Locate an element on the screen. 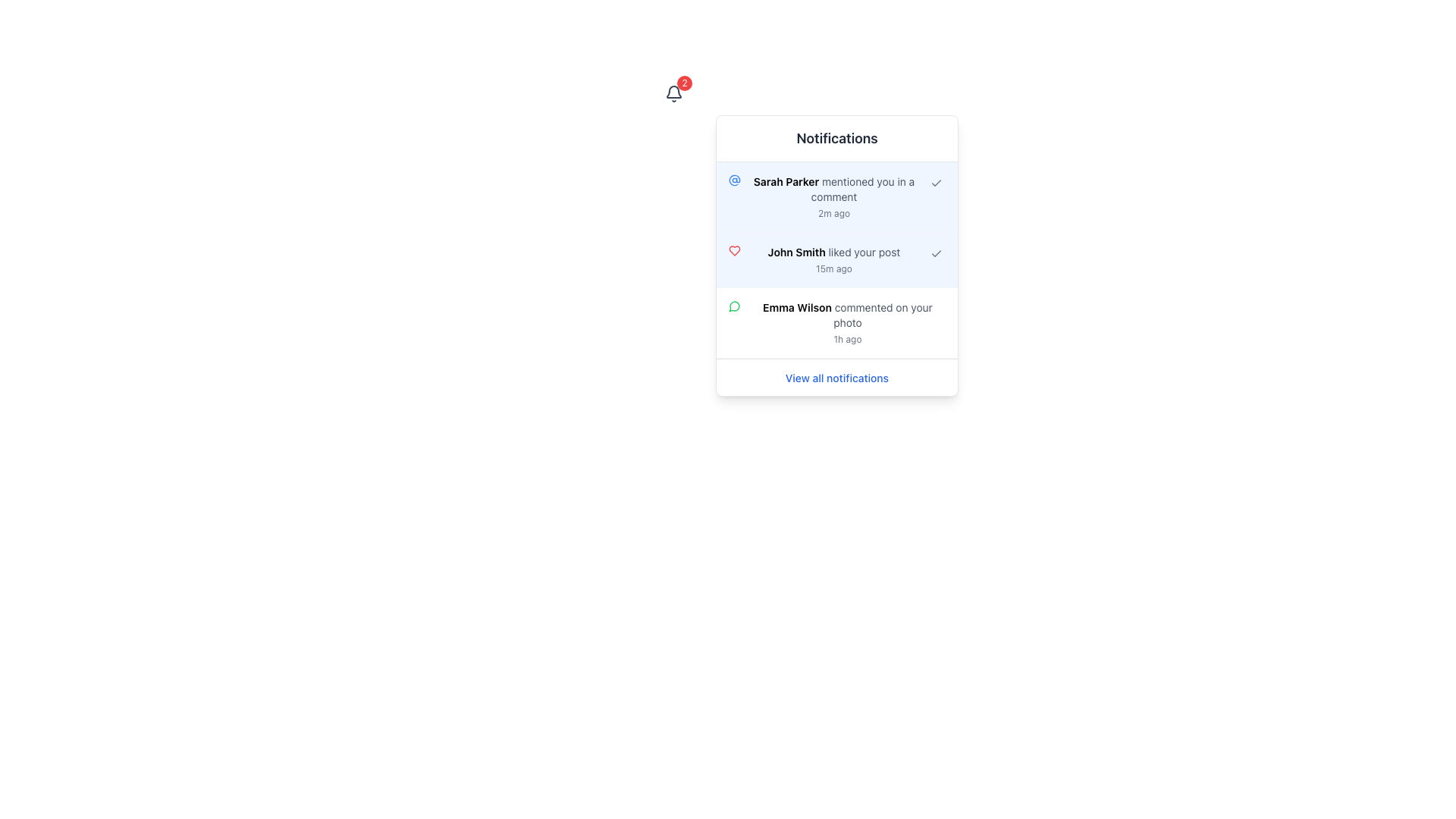 This screenshot has width=1456, height=819. the user name 'Sarah Parker' in the first notification entry under the 'Notifications' section, which is displayed in bold and positioned to the left of the text 'mentioned you in a comment' is located at coordinates (786, 180).